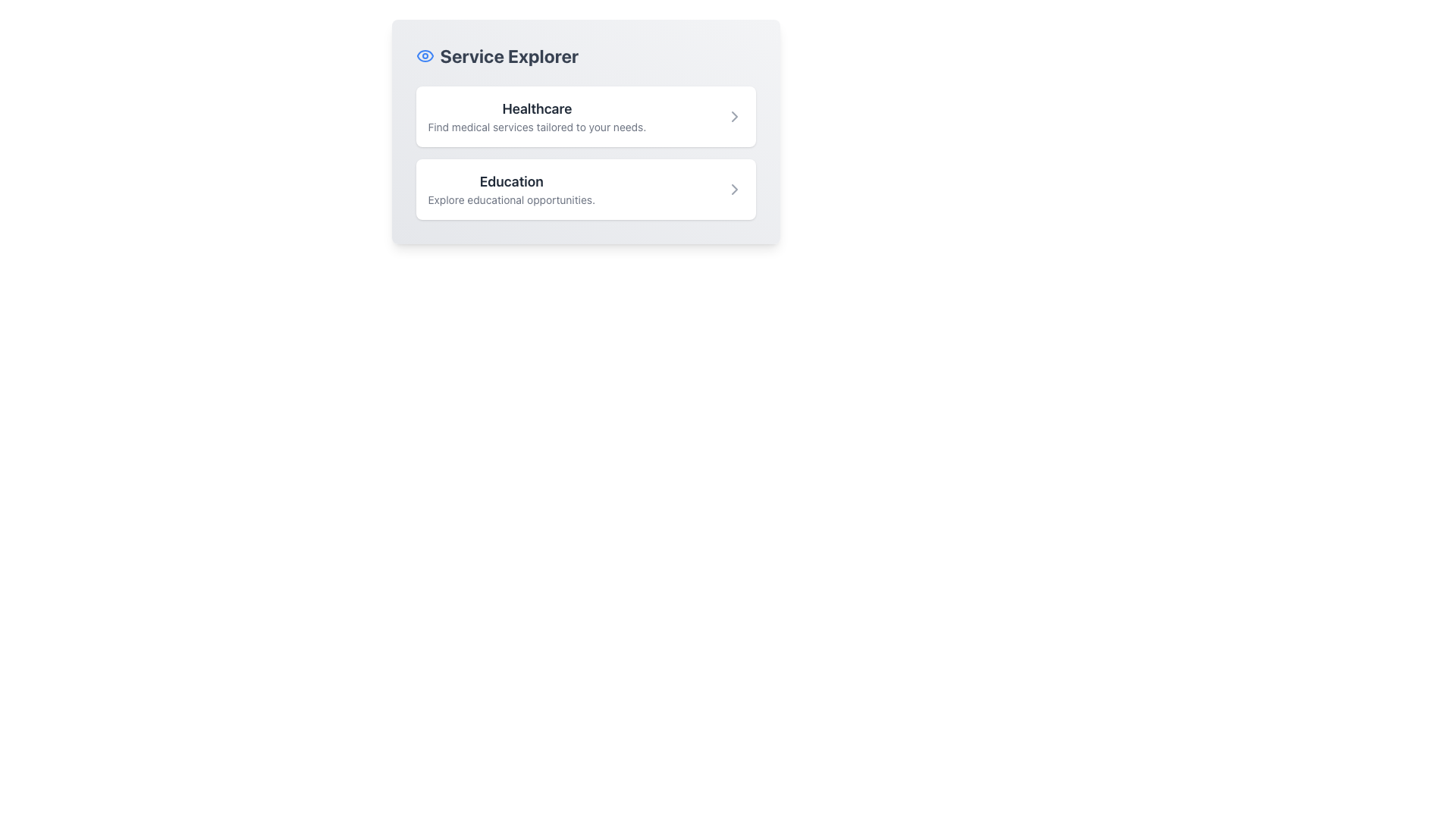  Describe the element at coordinates (511, 180) in the screenshot. I see `the Text Label that serves as a heading for the 'Education' section, located below the 'Healthcare' row` at that location.